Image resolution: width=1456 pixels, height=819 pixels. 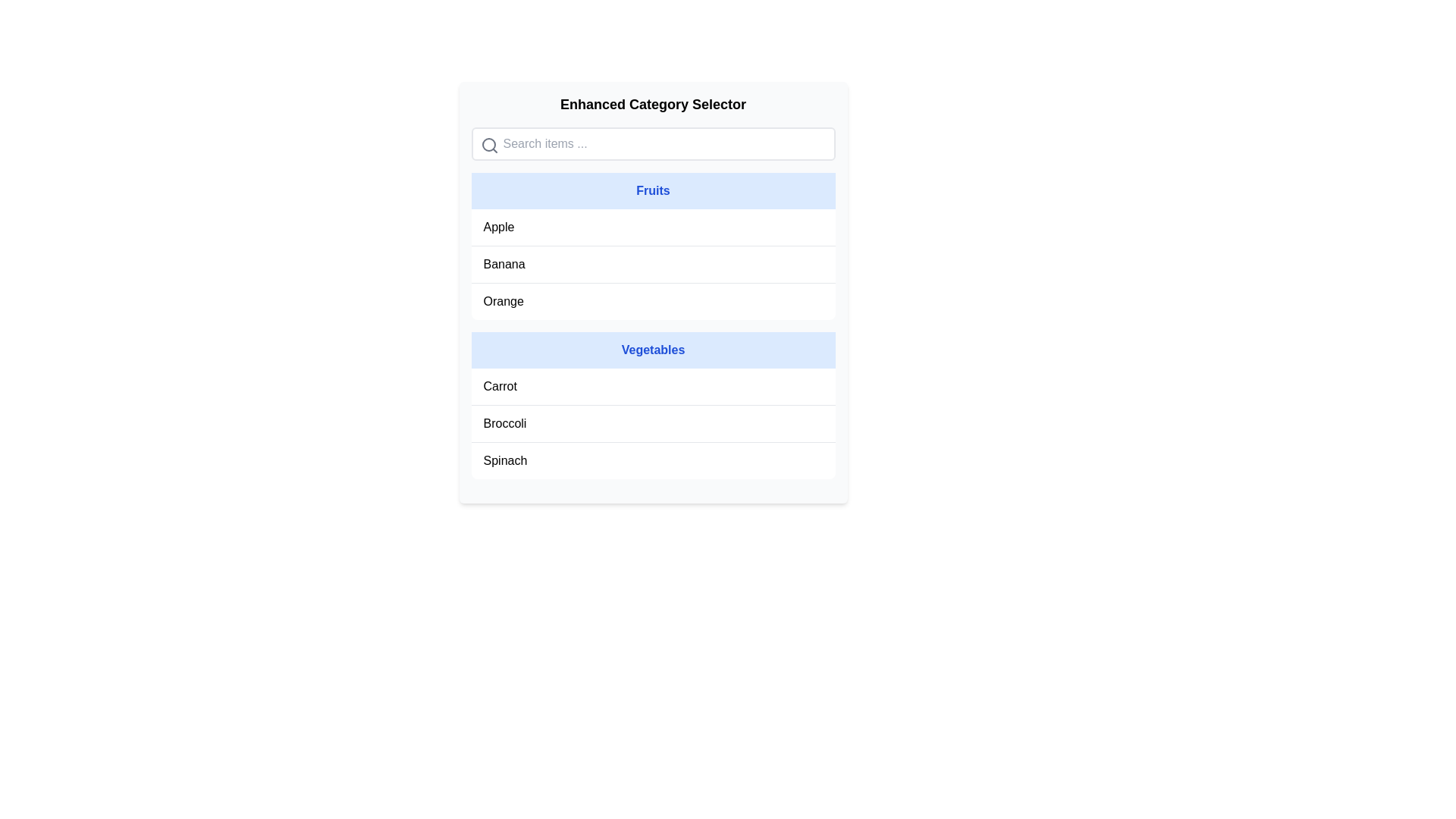 I want to click on the text element displaying 'Broccoli', which is, so click(x=504, y=424).